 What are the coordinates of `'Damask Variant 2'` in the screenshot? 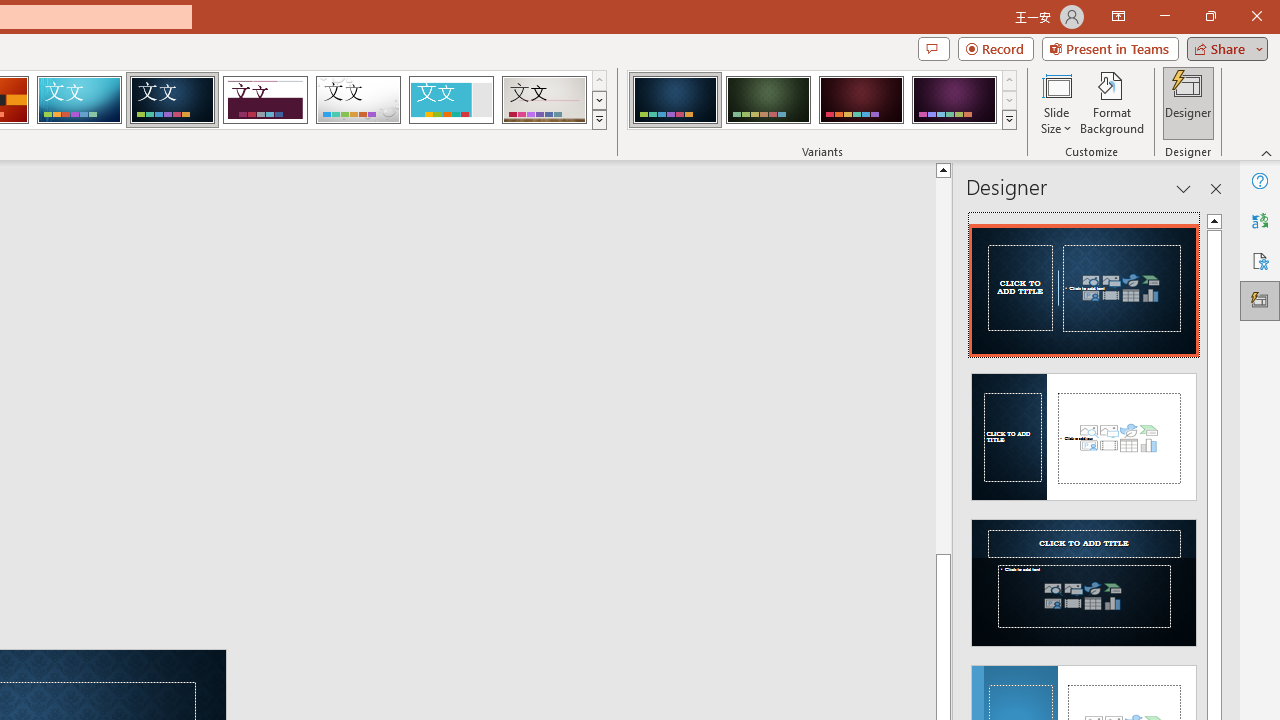 It's located at (767, 100).